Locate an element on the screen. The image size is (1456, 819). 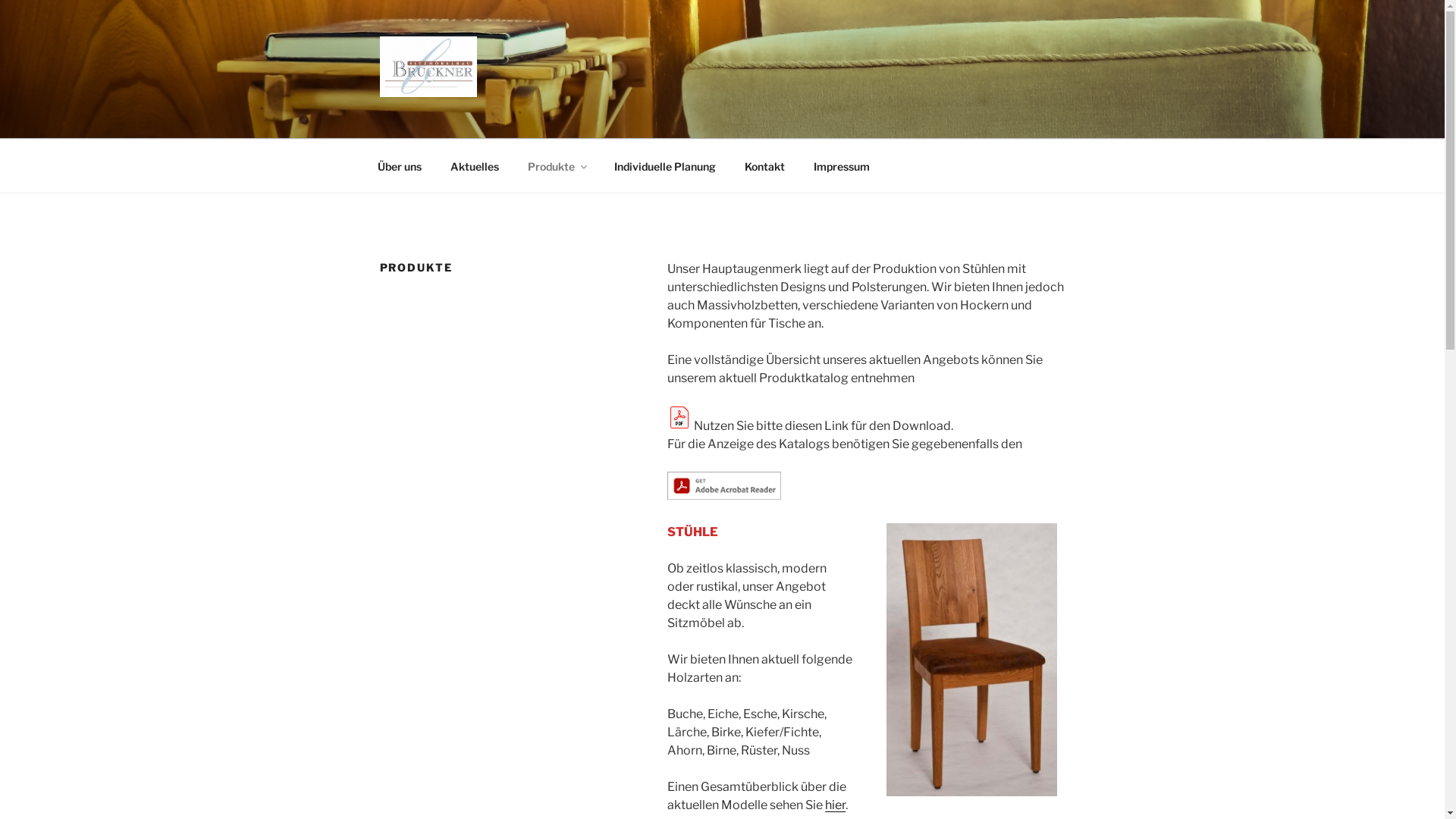
'Individuelle Planung' is located at coordinates (600, 165).